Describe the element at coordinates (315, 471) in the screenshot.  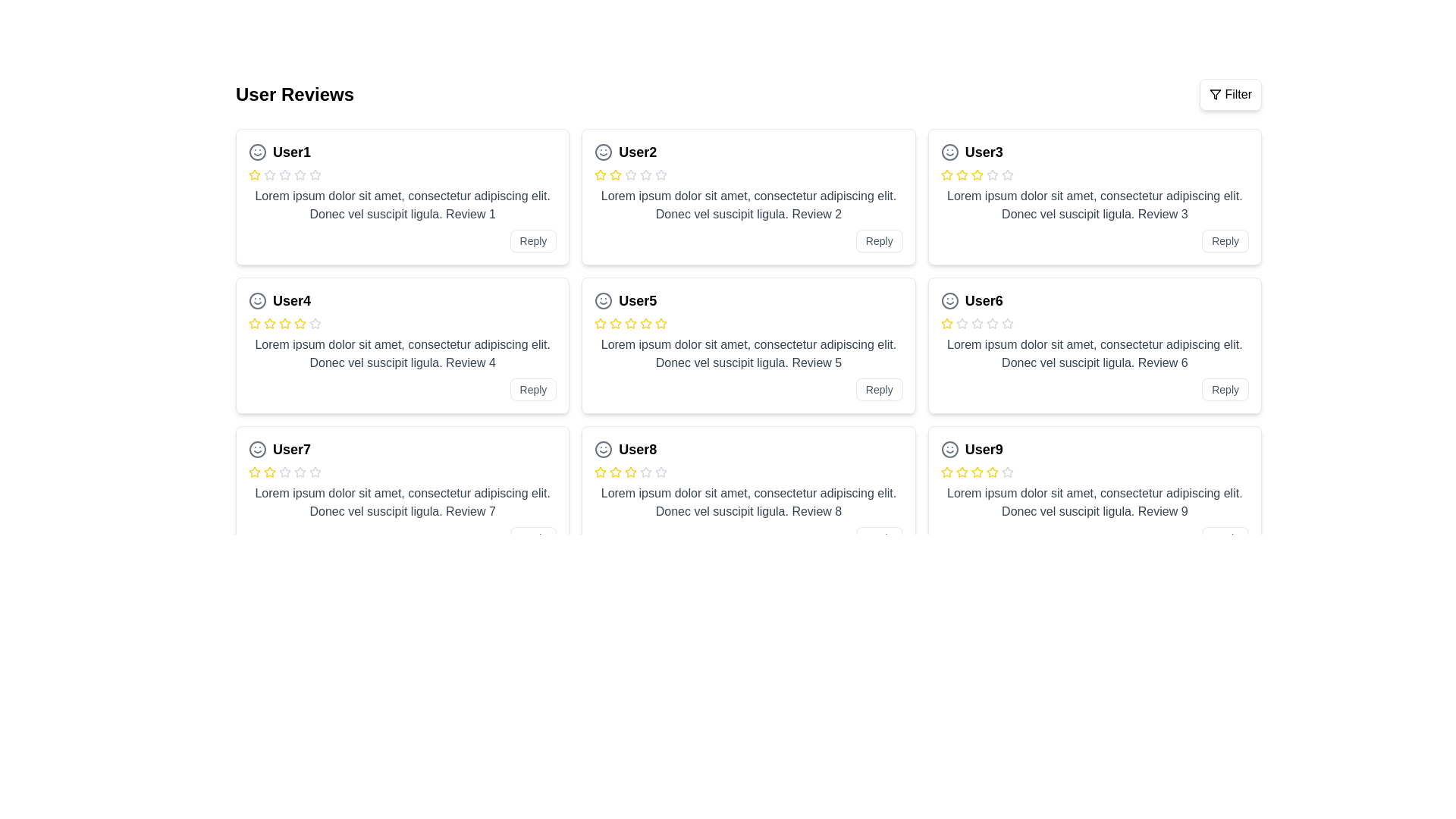
I see `the second star icon in the rating system for accessibility interactions` at that location.